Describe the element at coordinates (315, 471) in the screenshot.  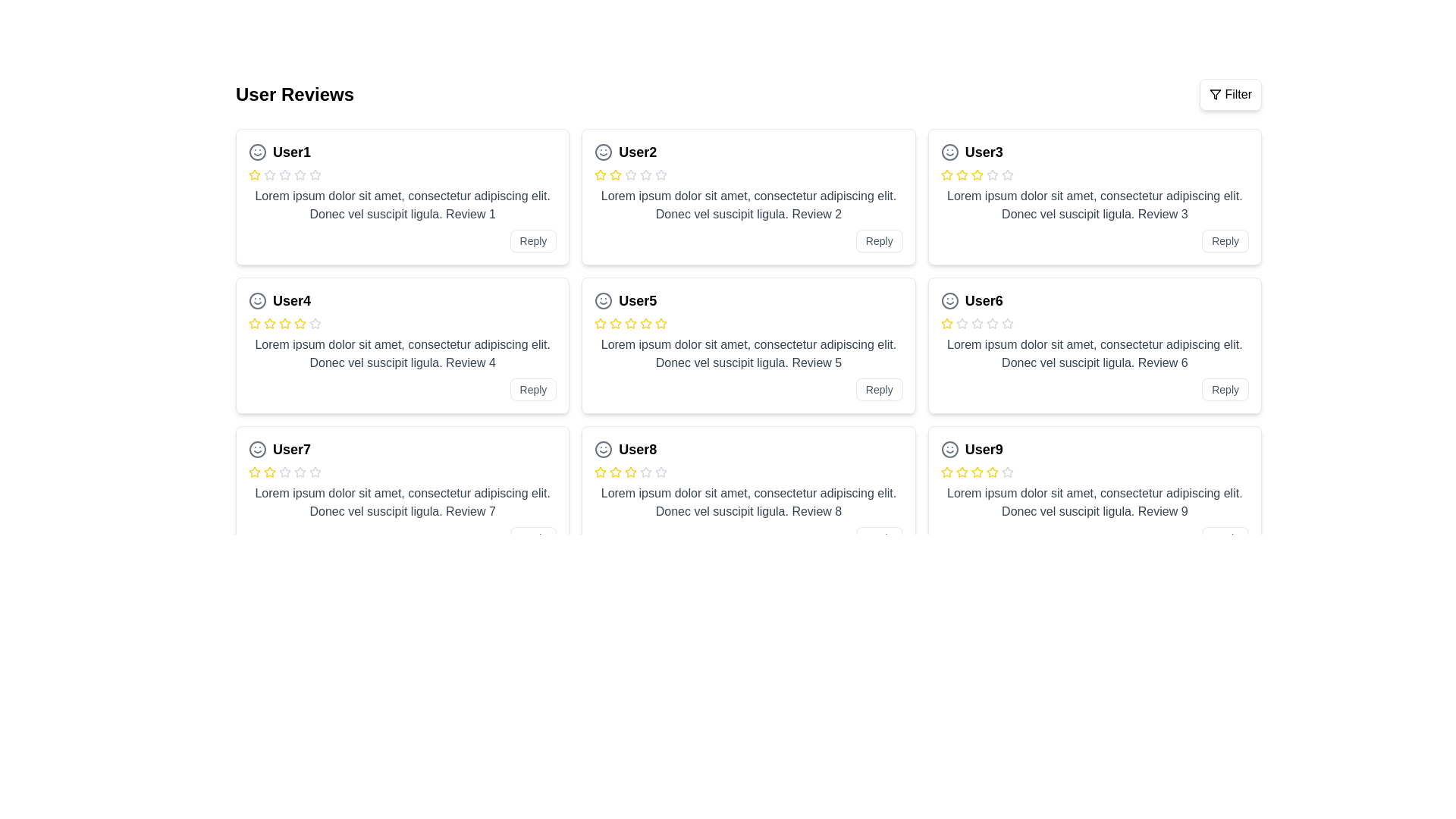
I see `the second star icon in the rating system for accessibility interactions` at that location.